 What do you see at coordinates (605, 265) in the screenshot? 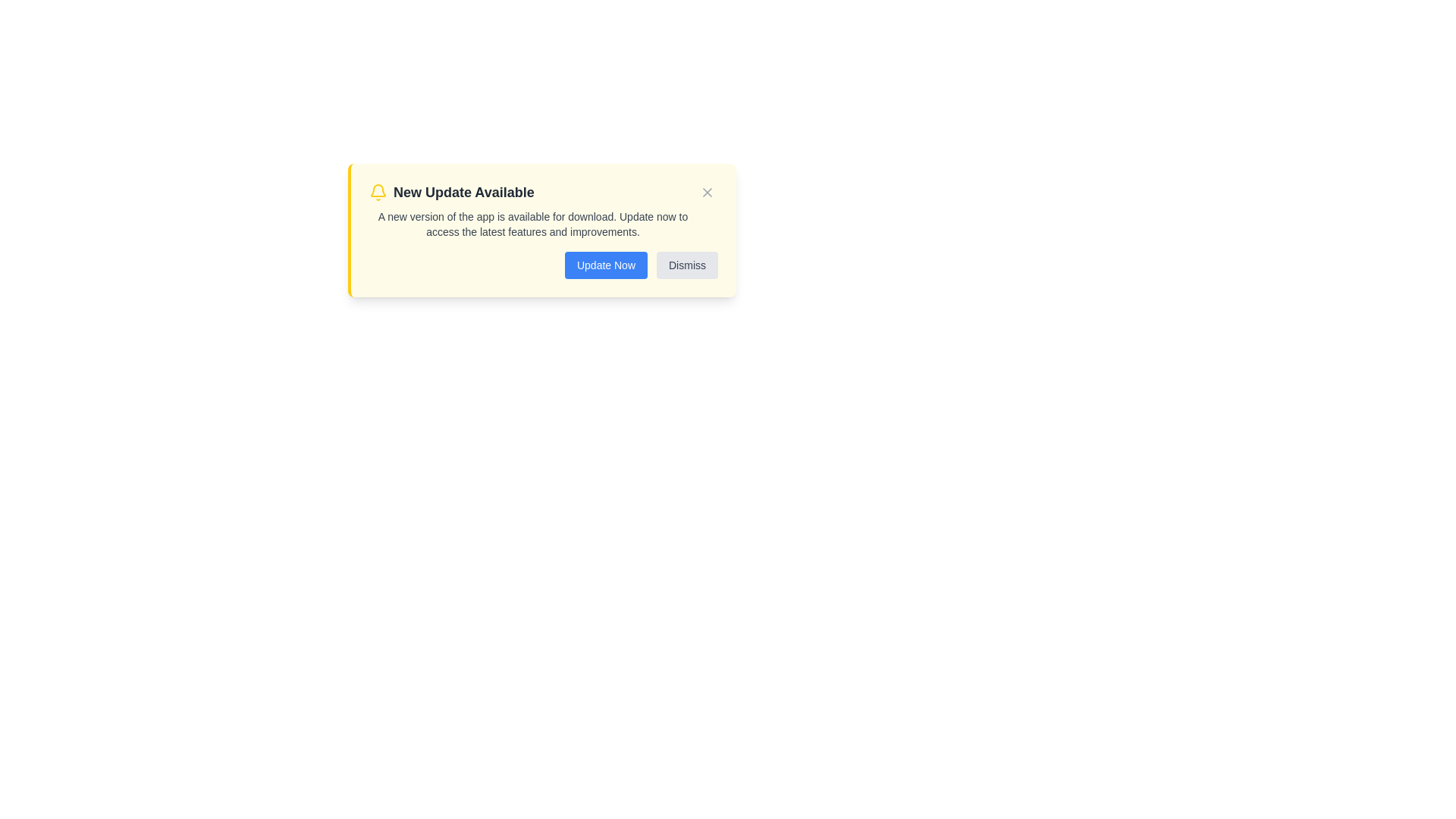
I see `the 'Update Now' button to initiate the update process` at bounding box center [605, 265].